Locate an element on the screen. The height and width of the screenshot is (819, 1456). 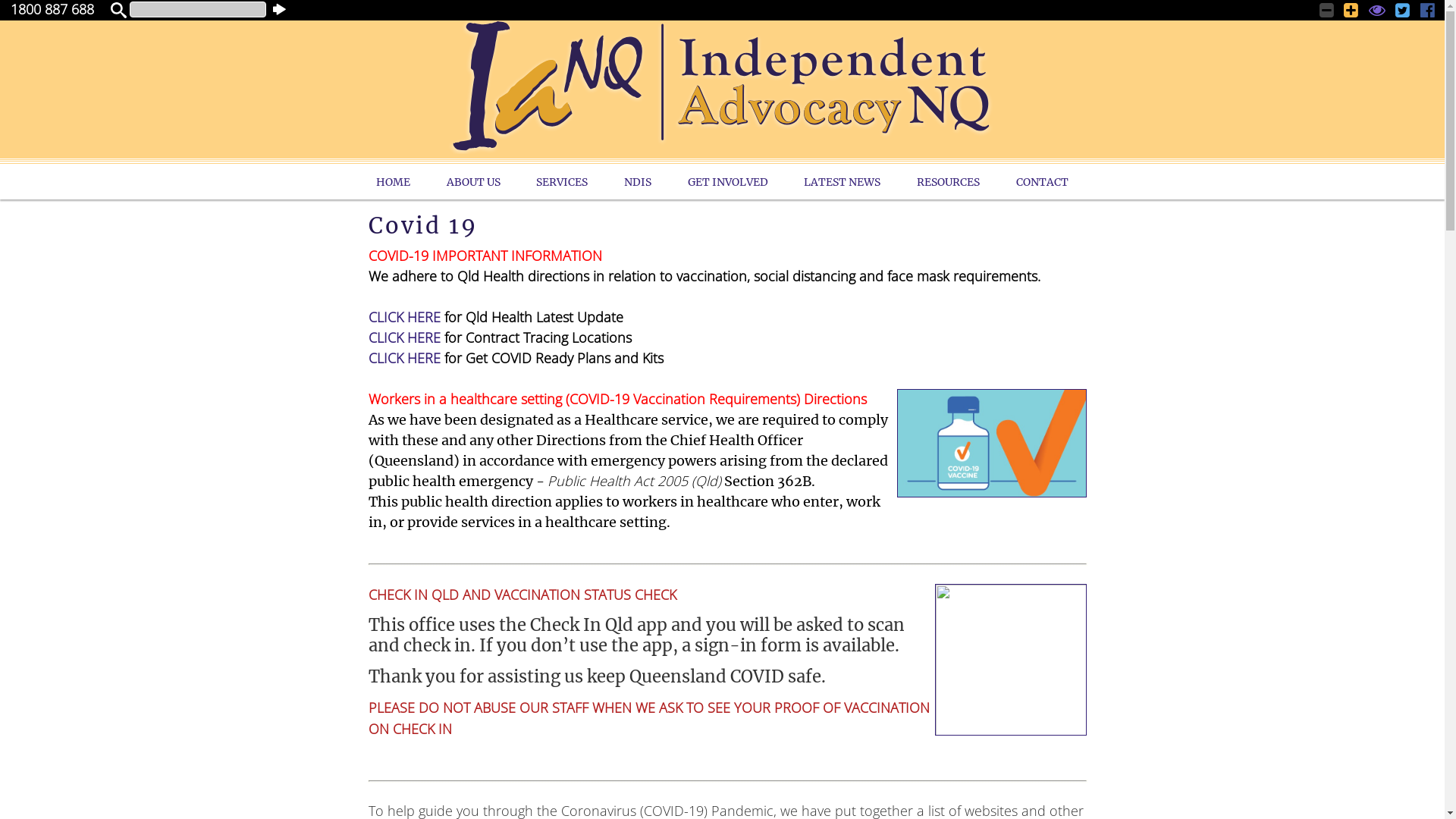
'SERVICES' is located at coordinates (531, 180).